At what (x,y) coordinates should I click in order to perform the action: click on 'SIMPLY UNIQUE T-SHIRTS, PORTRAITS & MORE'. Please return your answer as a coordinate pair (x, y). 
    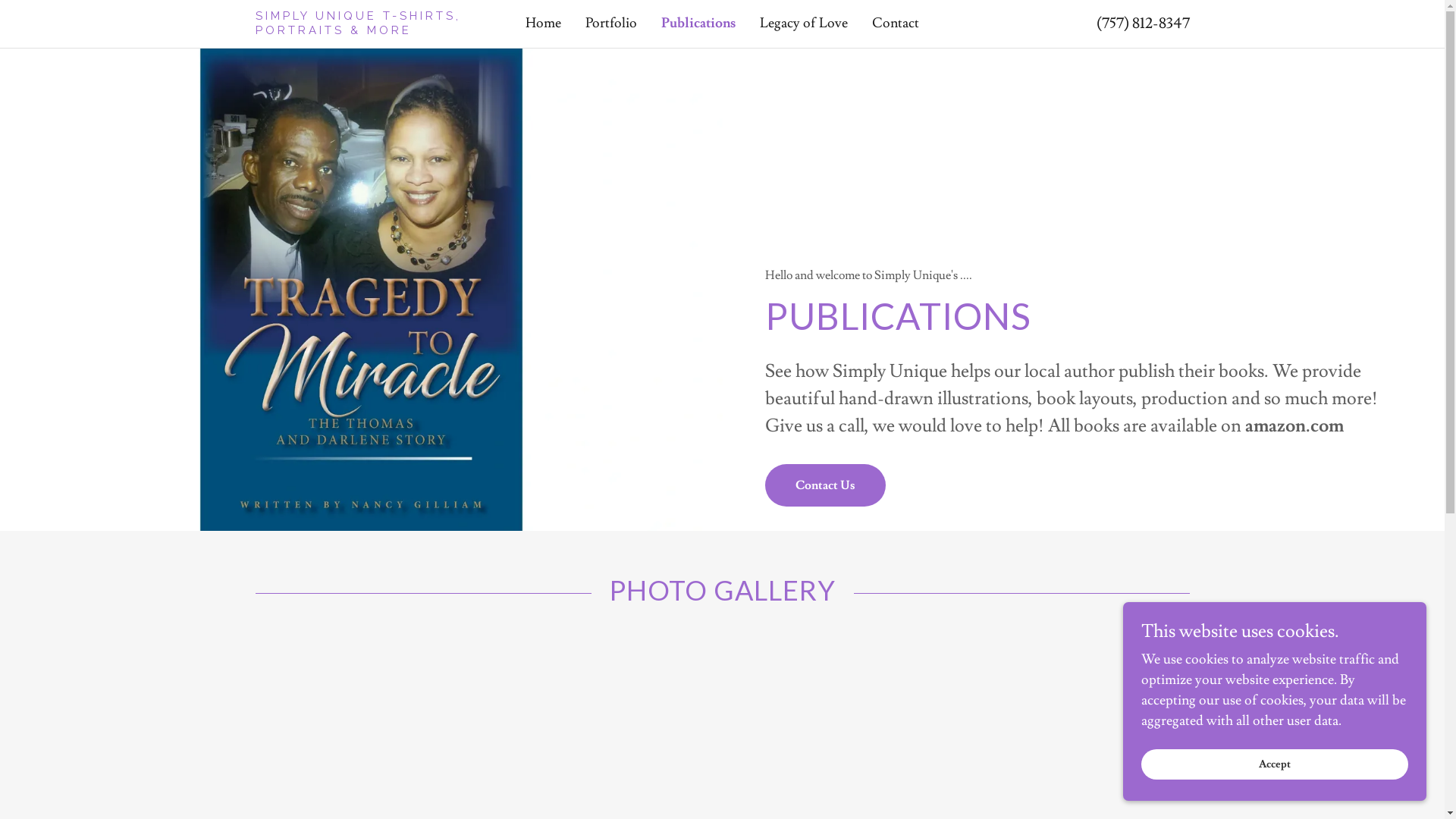
    Looking at the image, I should click on (371, 30).